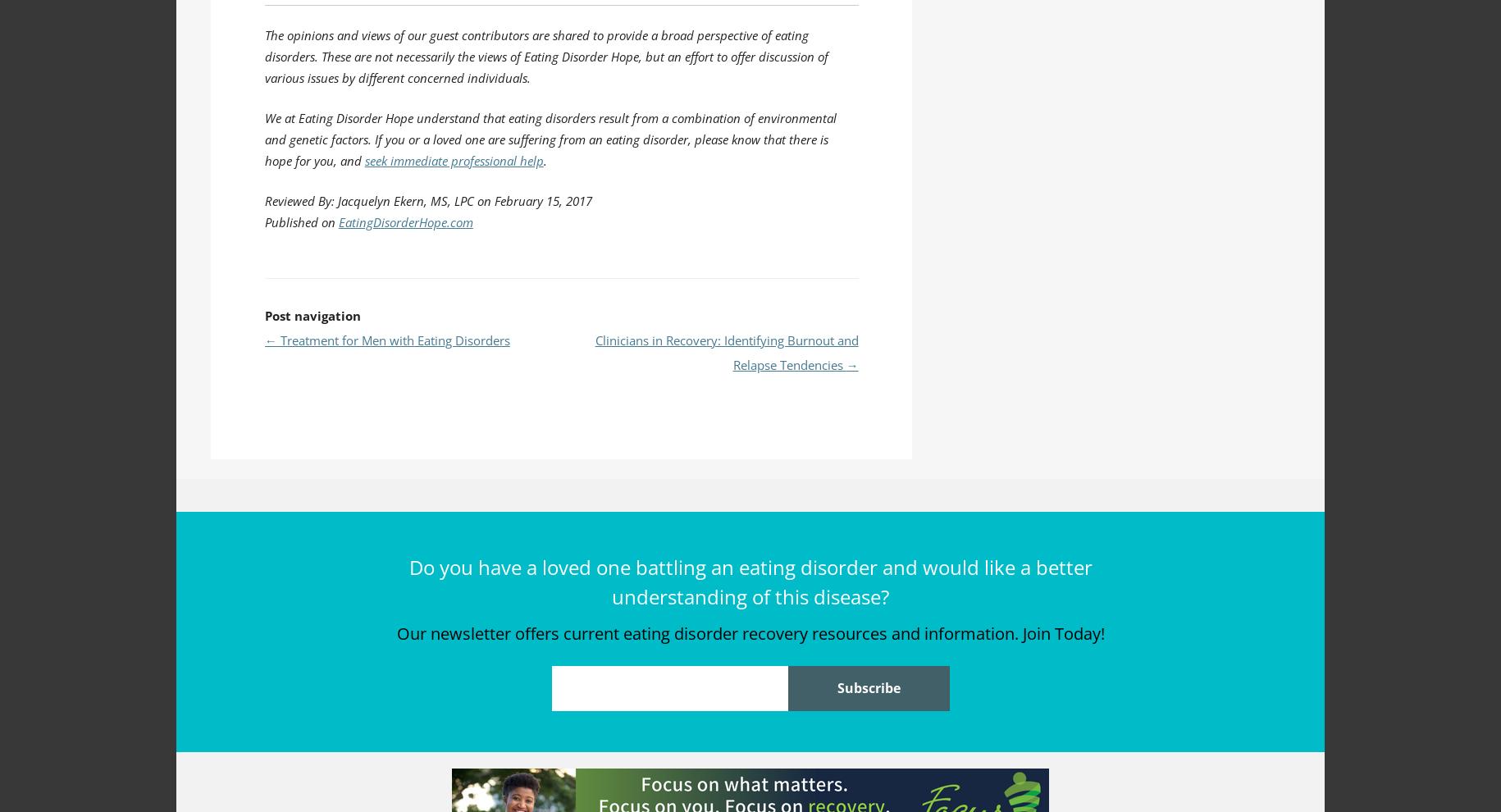 Image resolution: width=1501 pixels, height=812 pixels. What do you see at coordinates (311, 315) in the screenshot?
I see `'Post navigation'` at bounding box center [311, 315].